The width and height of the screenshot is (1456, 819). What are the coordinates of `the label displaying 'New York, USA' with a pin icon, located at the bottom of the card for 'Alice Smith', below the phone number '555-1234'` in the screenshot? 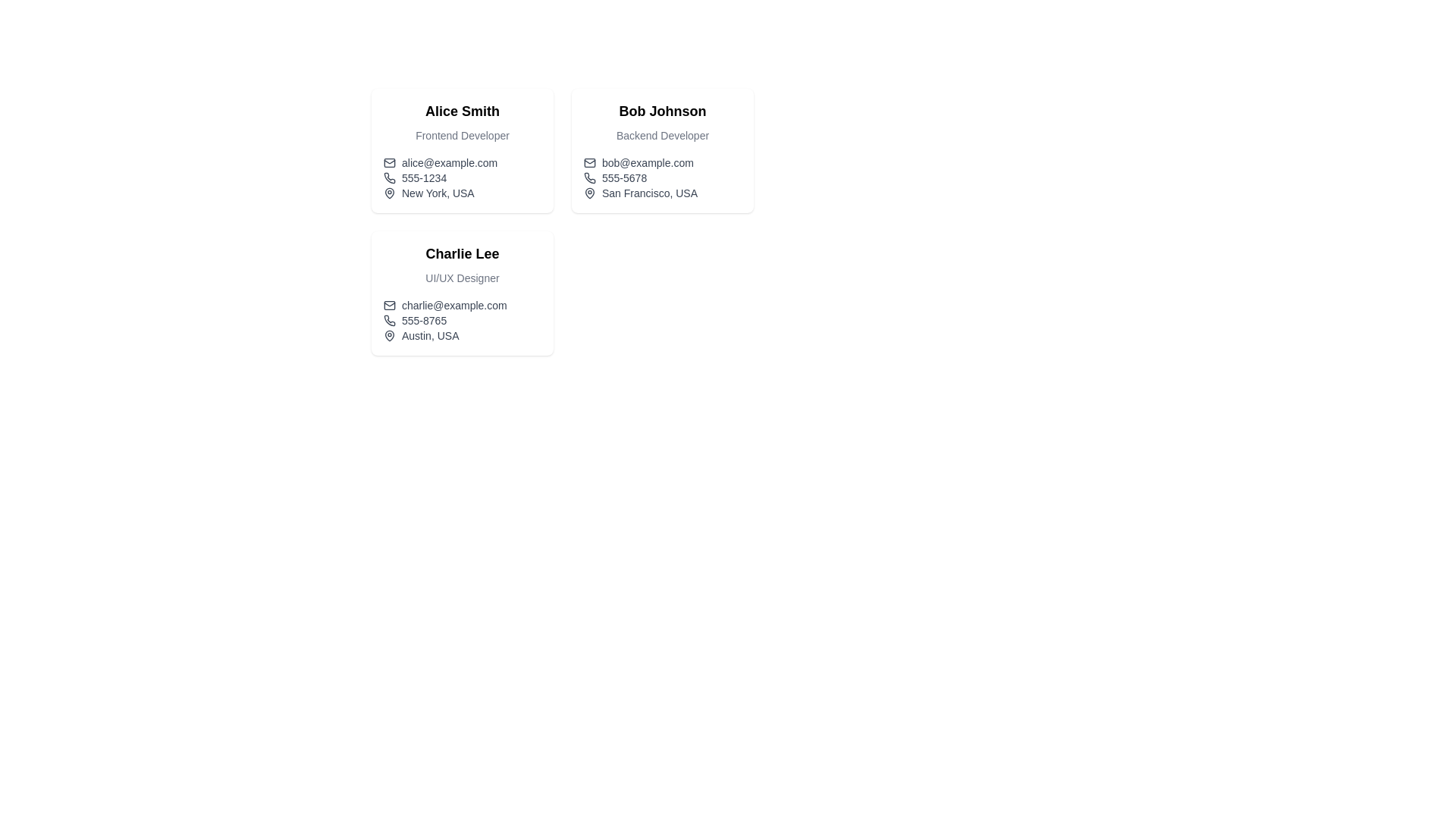 It's located at (461, 192).